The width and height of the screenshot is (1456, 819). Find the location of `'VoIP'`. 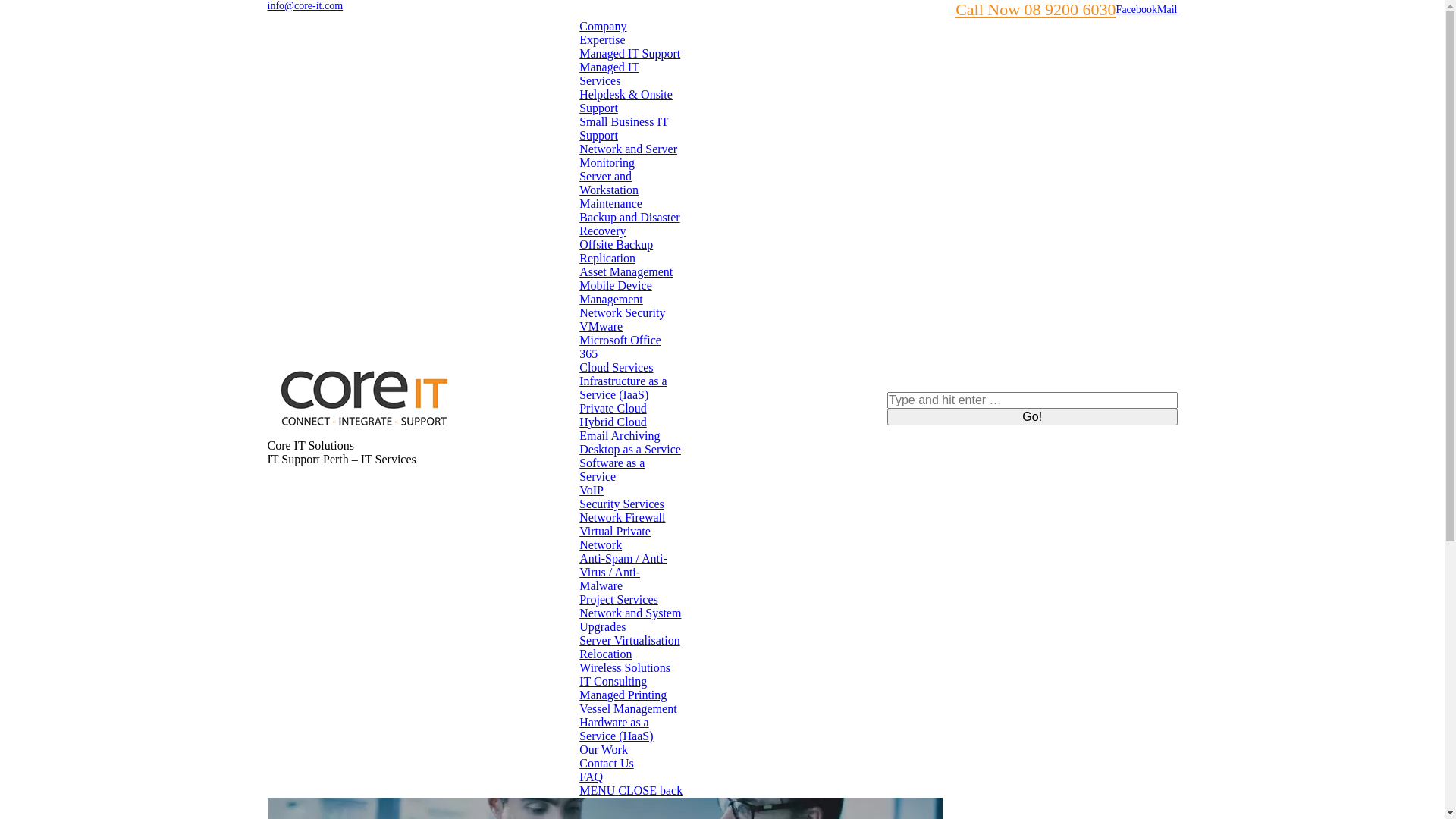

'VoIP' is located at coordinates (590, 490).